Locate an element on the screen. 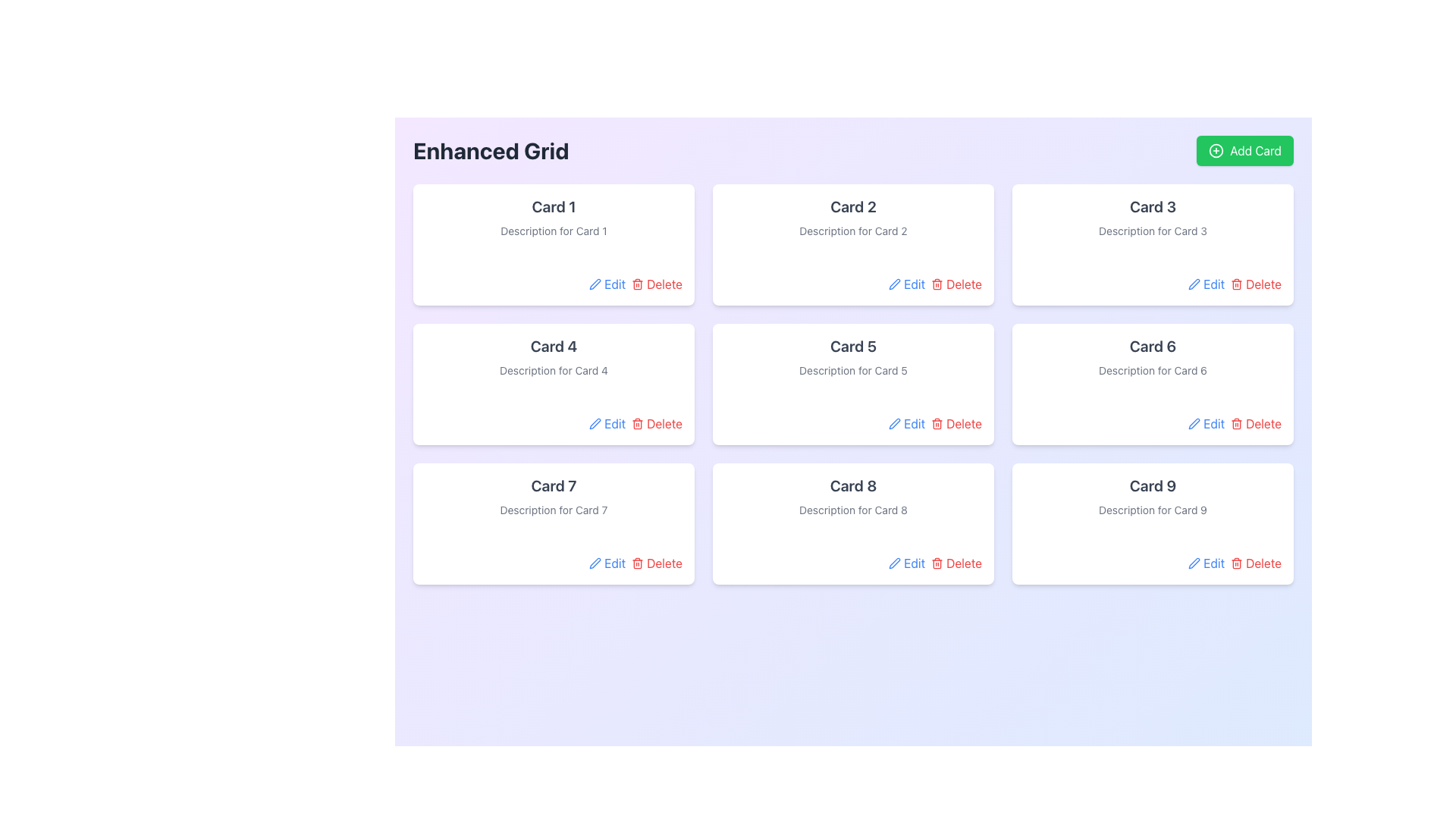 This screenshot has height=819, width=1456. the 'Edit' button located in the bottom-right corner of 'Card 2' to initiate the editing operation is located at coordinates (906, 284).